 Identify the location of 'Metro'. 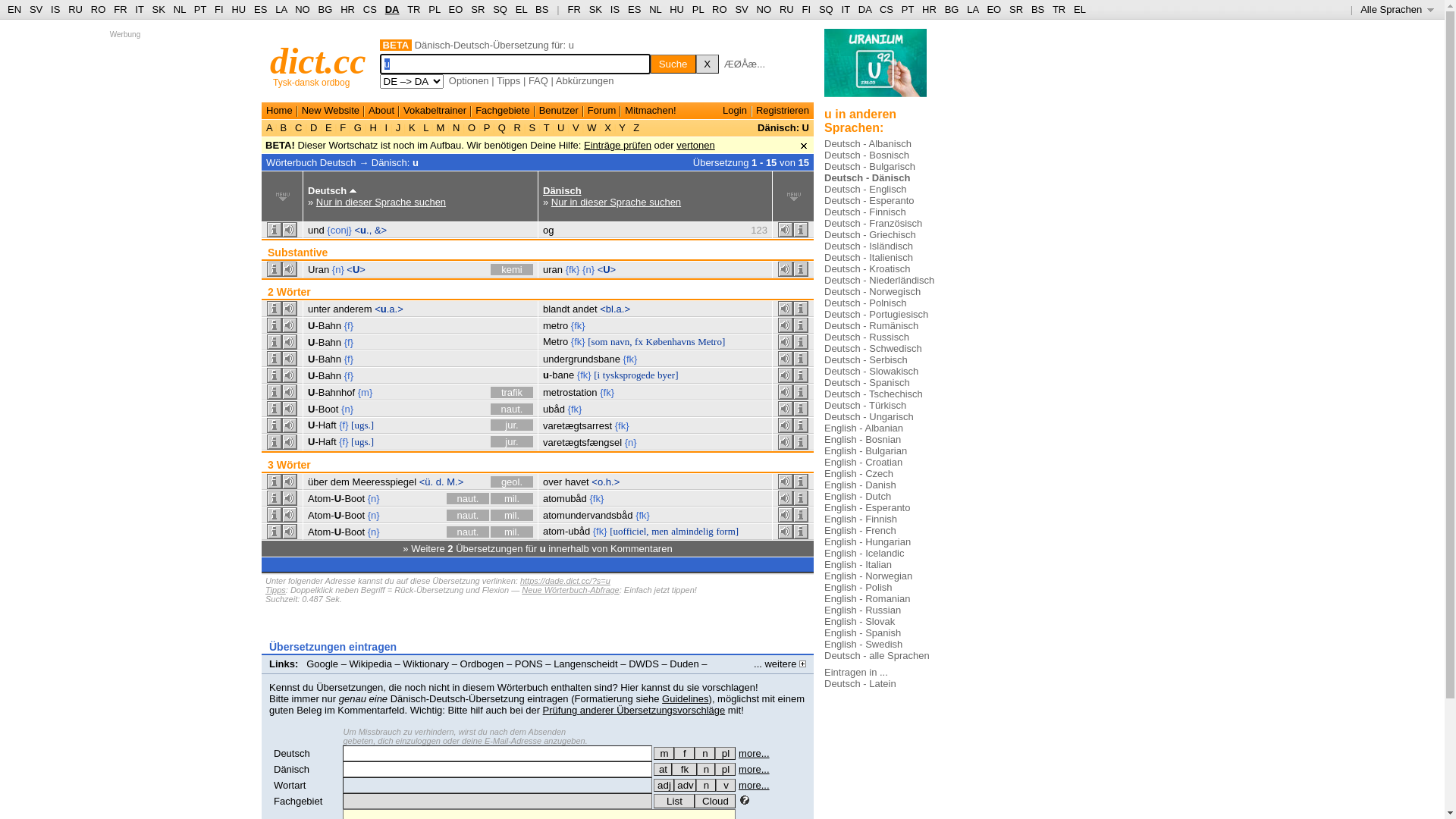
(554, 341).